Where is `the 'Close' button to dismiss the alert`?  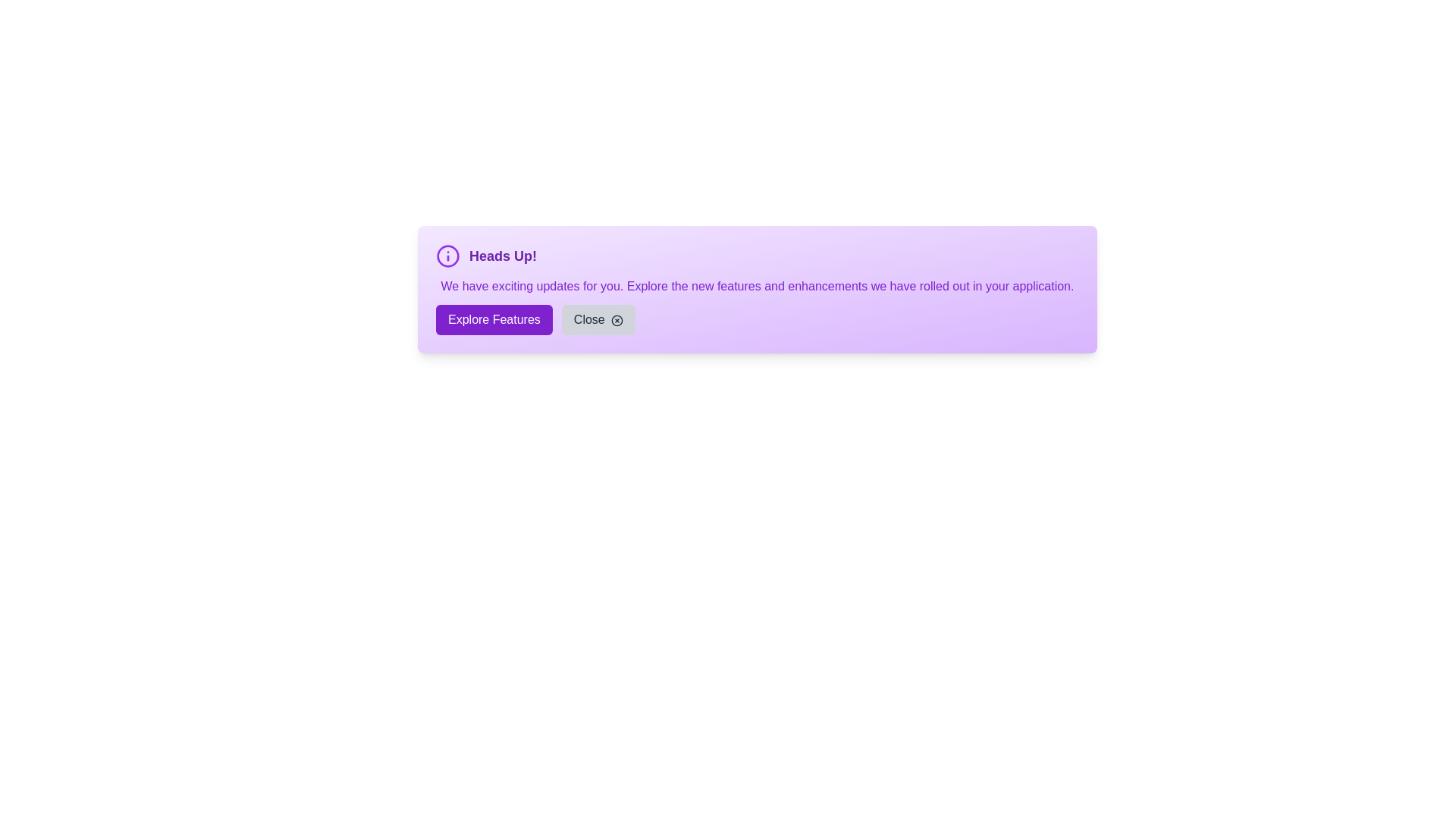 the 'Close' button to dismiss the alert is located at coordinates (598, 318).